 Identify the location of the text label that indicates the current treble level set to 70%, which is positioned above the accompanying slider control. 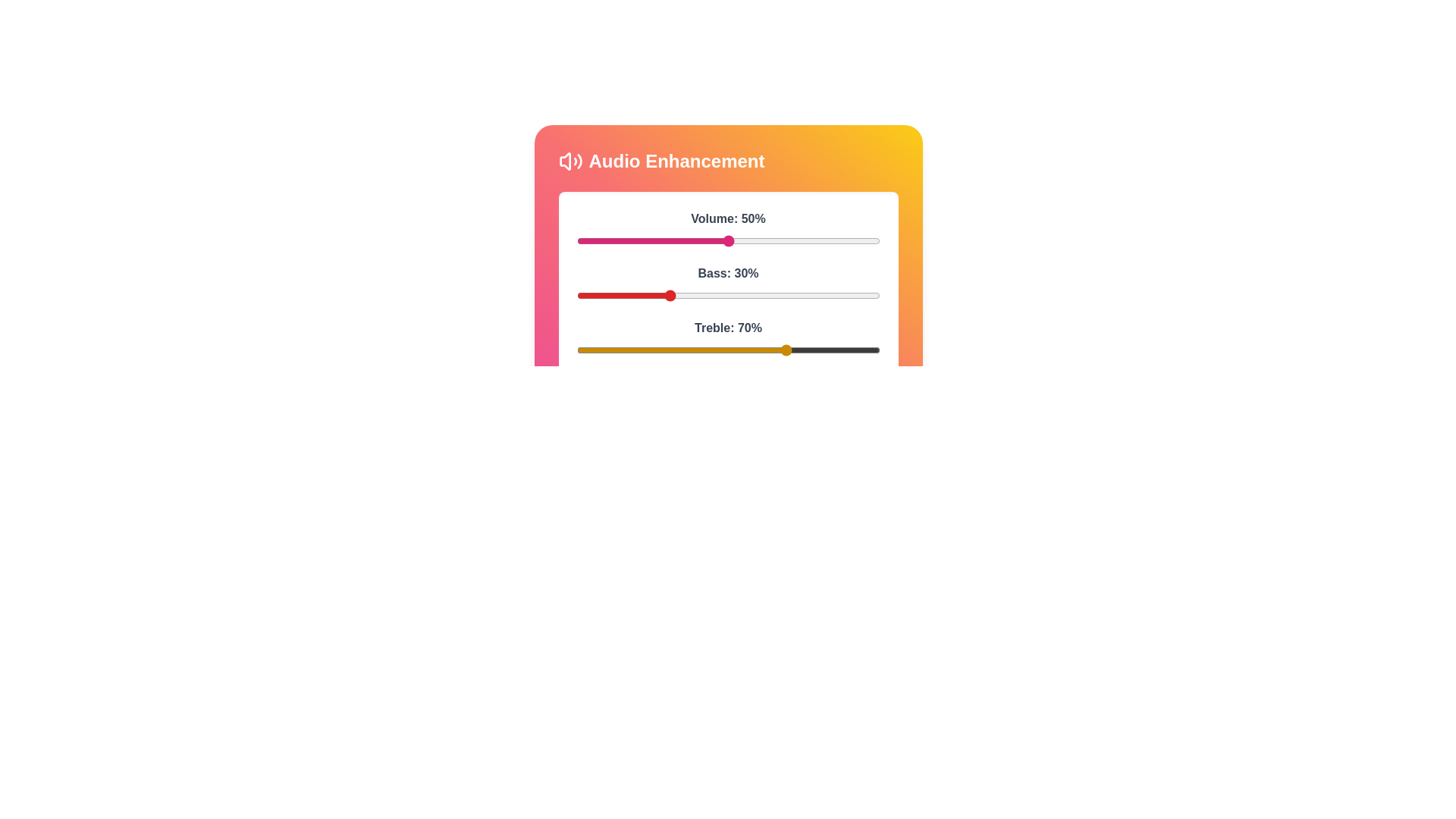
(728, 327).